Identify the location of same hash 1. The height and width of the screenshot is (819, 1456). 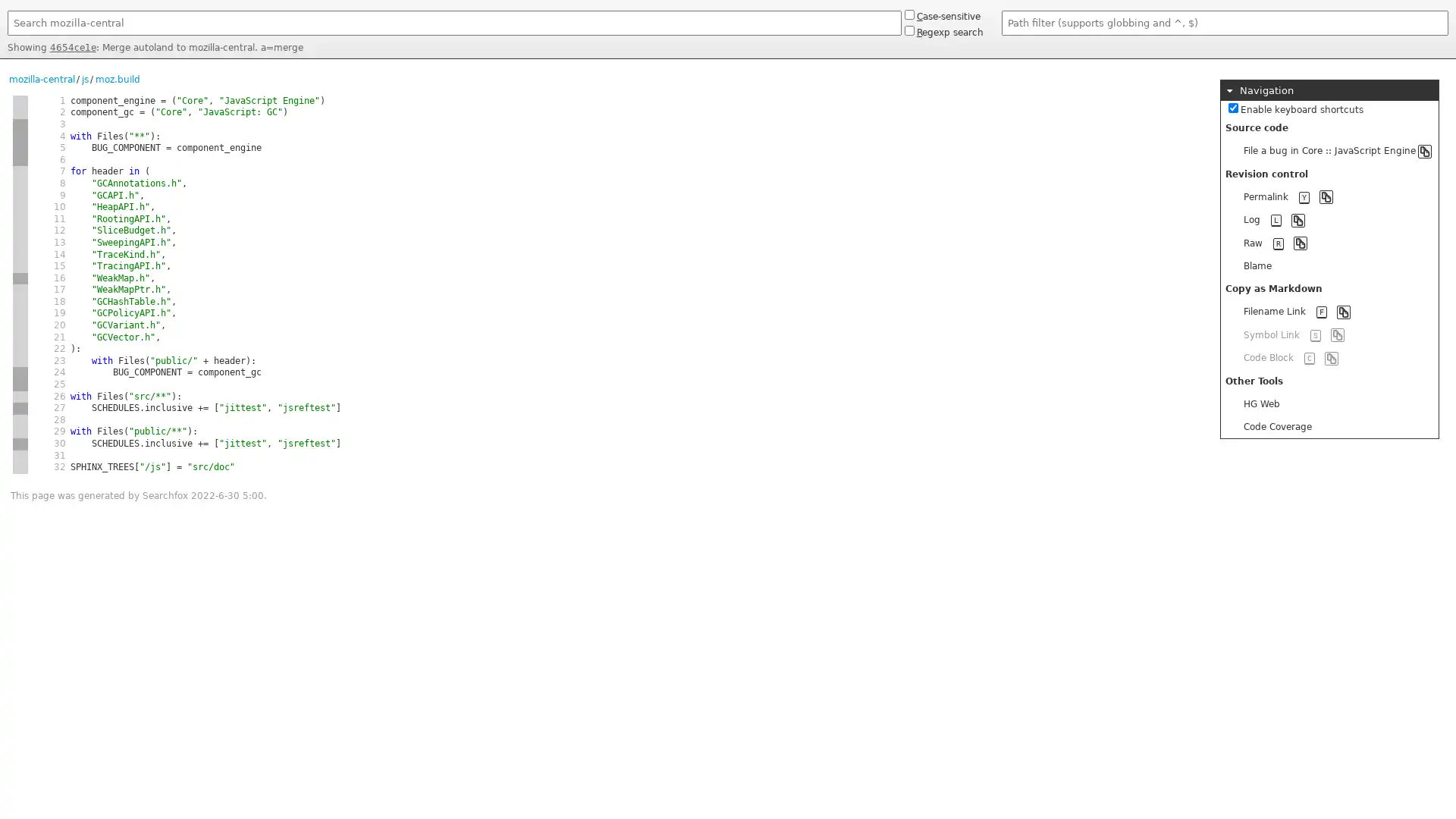
(20, 242).